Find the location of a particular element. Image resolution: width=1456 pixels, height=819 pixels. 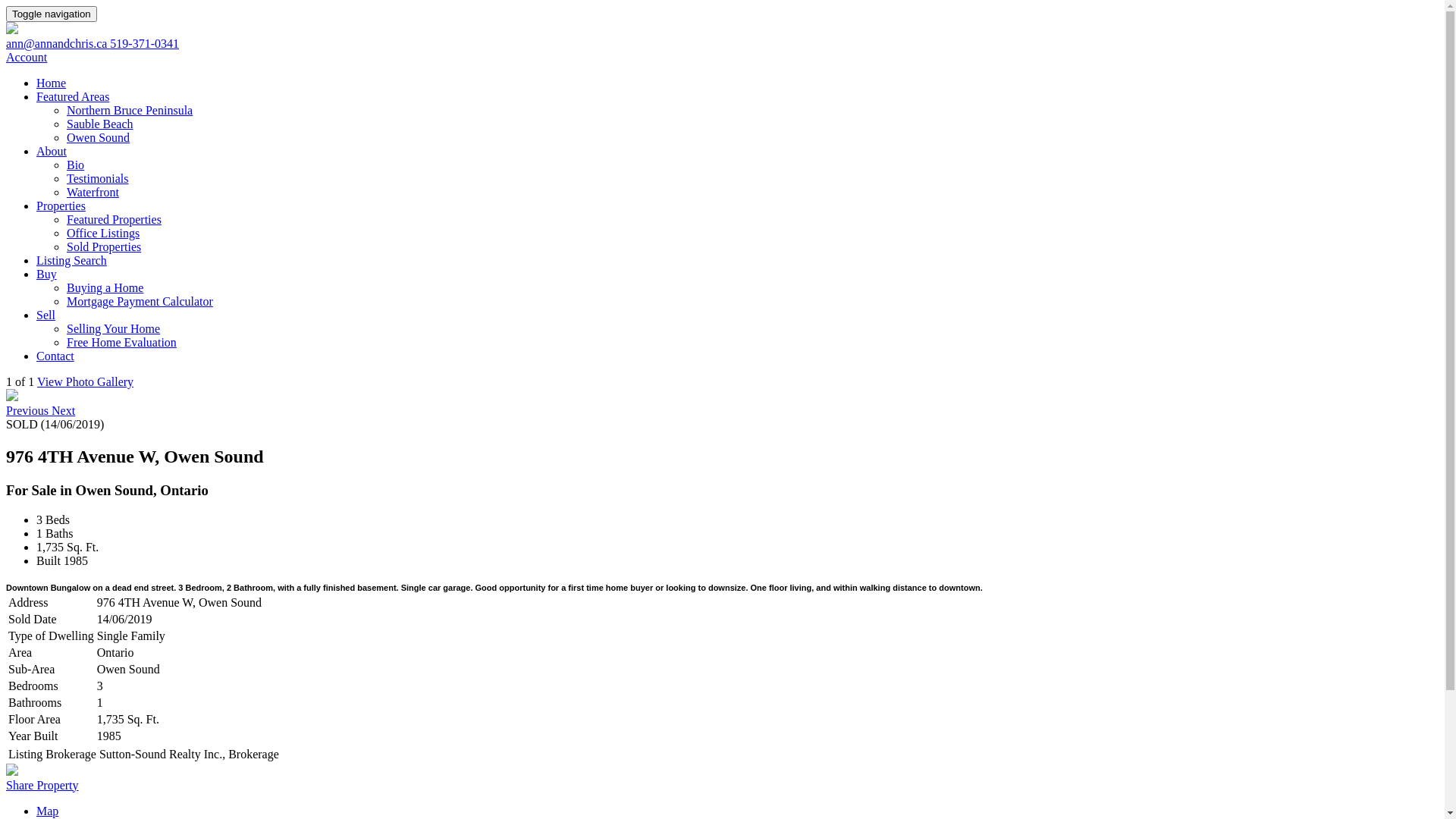

'Previous' is located at coordinates (29, 410).